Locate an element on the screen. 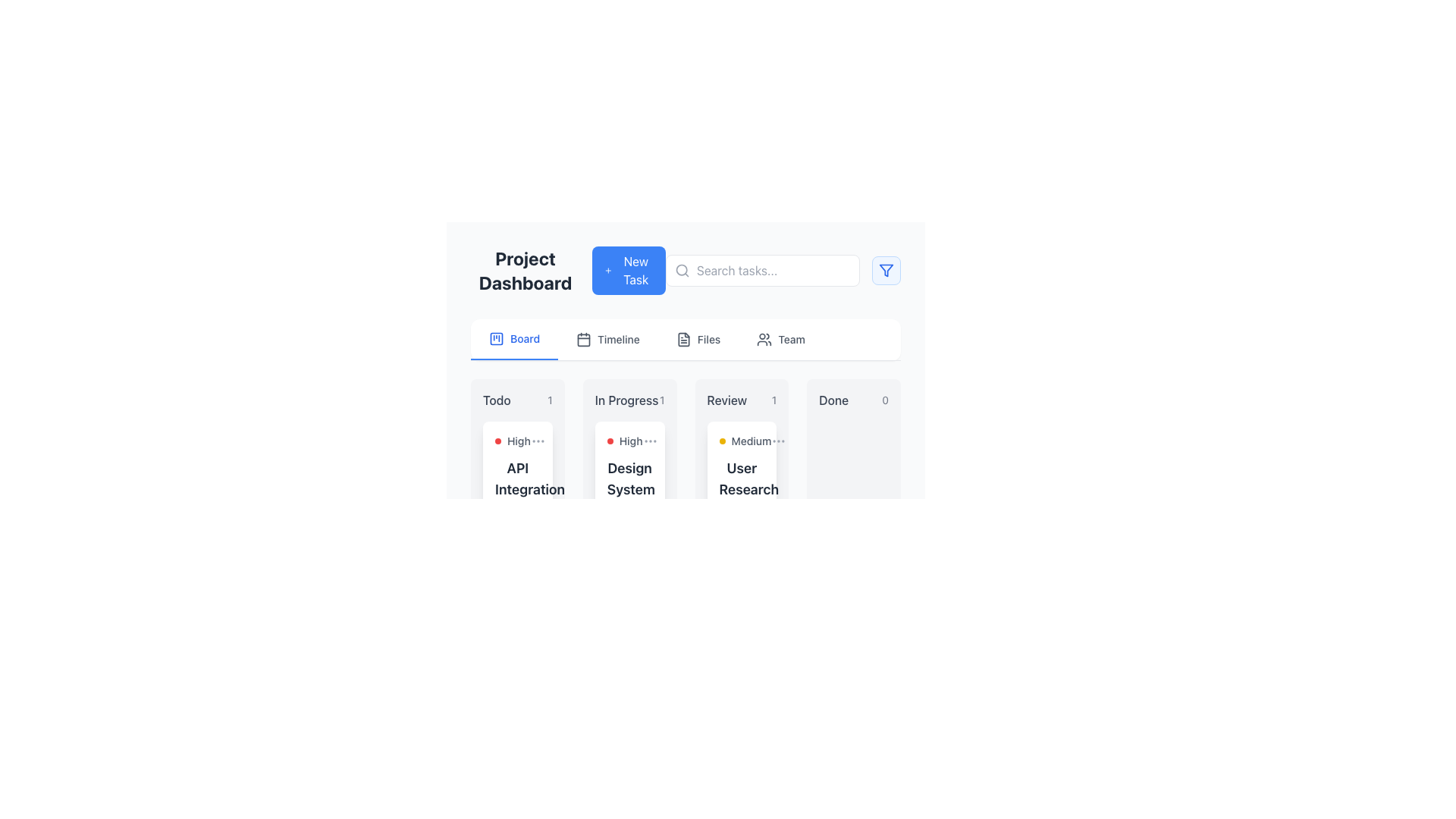  the label displaying the count of items in the 'Done' column, which is located at the top of the 'Done' column in a task management interface, visually aligned to the right of the 'Done' title is located at coordinates (885, 400).